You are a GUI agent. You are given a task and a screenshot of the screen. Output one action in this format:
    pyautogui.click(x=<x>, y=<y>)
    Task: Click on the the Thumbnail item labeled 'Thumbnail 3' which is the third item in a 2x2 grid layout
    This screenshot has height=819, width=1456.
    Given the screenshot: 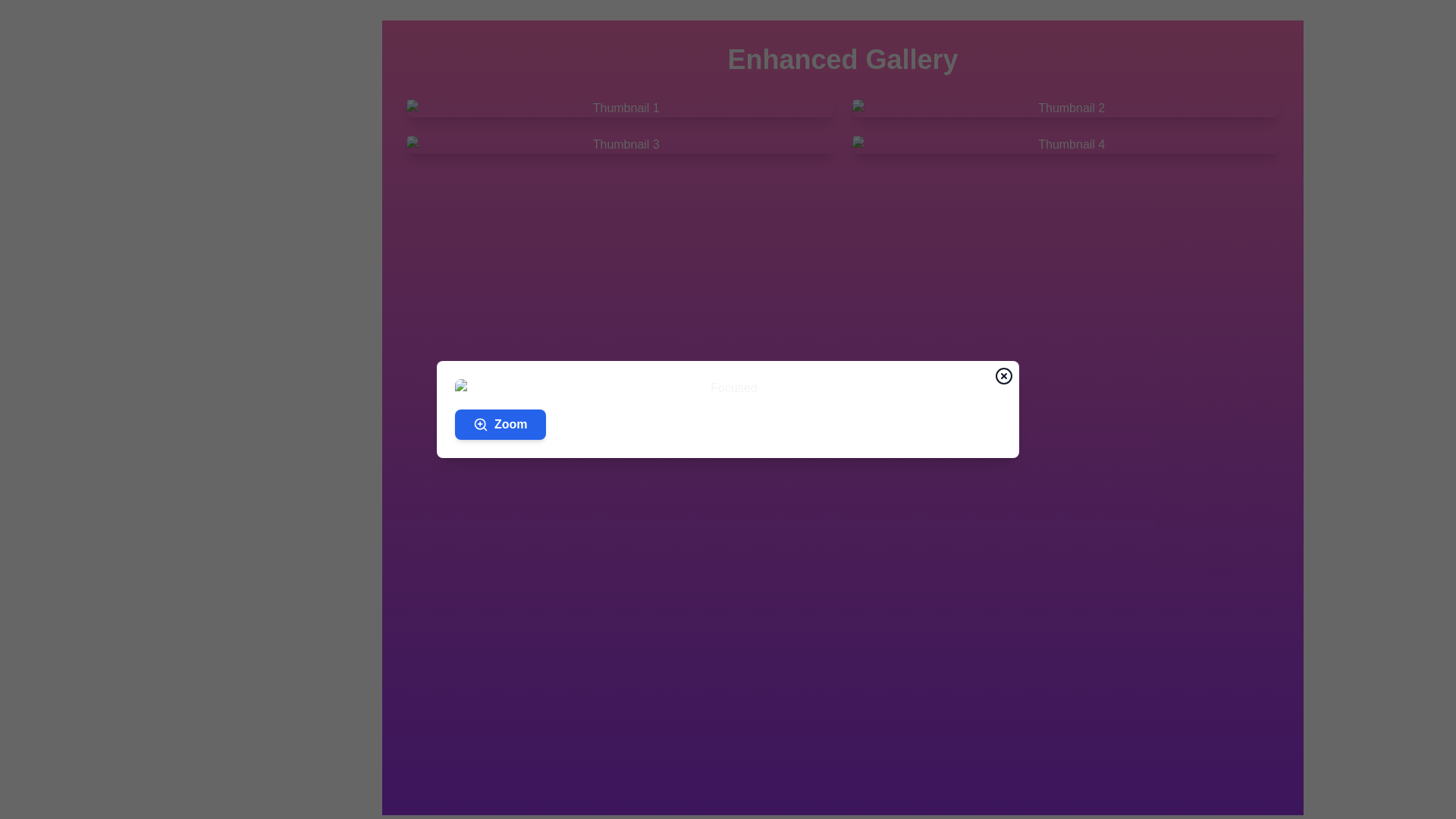 What is the action you would take?
    pyautogui.click(x=620, y=145)
    